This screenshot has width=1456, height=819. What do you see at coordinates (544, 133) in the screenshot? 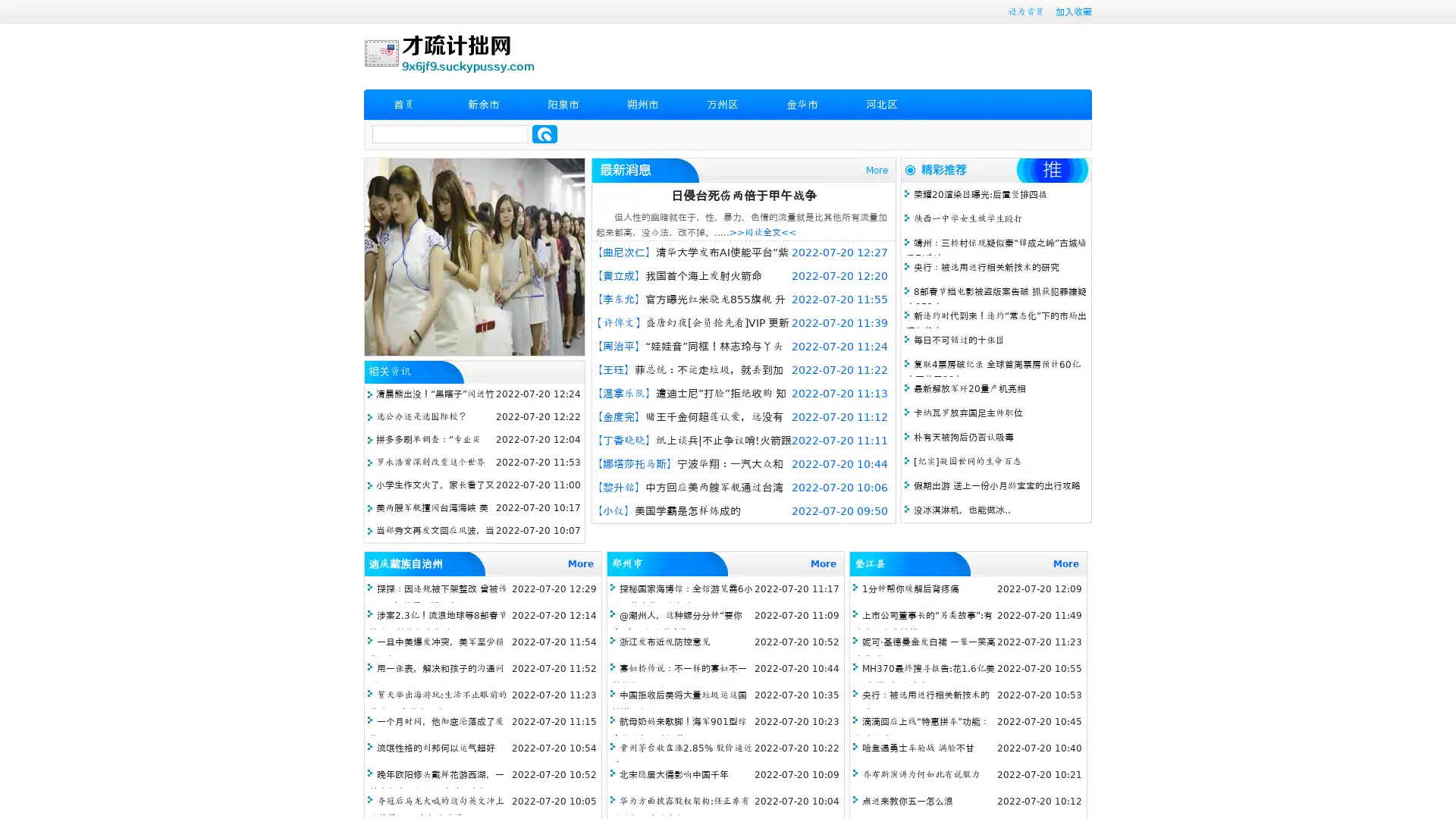
I see `Search` at bounding box center [544, 133].